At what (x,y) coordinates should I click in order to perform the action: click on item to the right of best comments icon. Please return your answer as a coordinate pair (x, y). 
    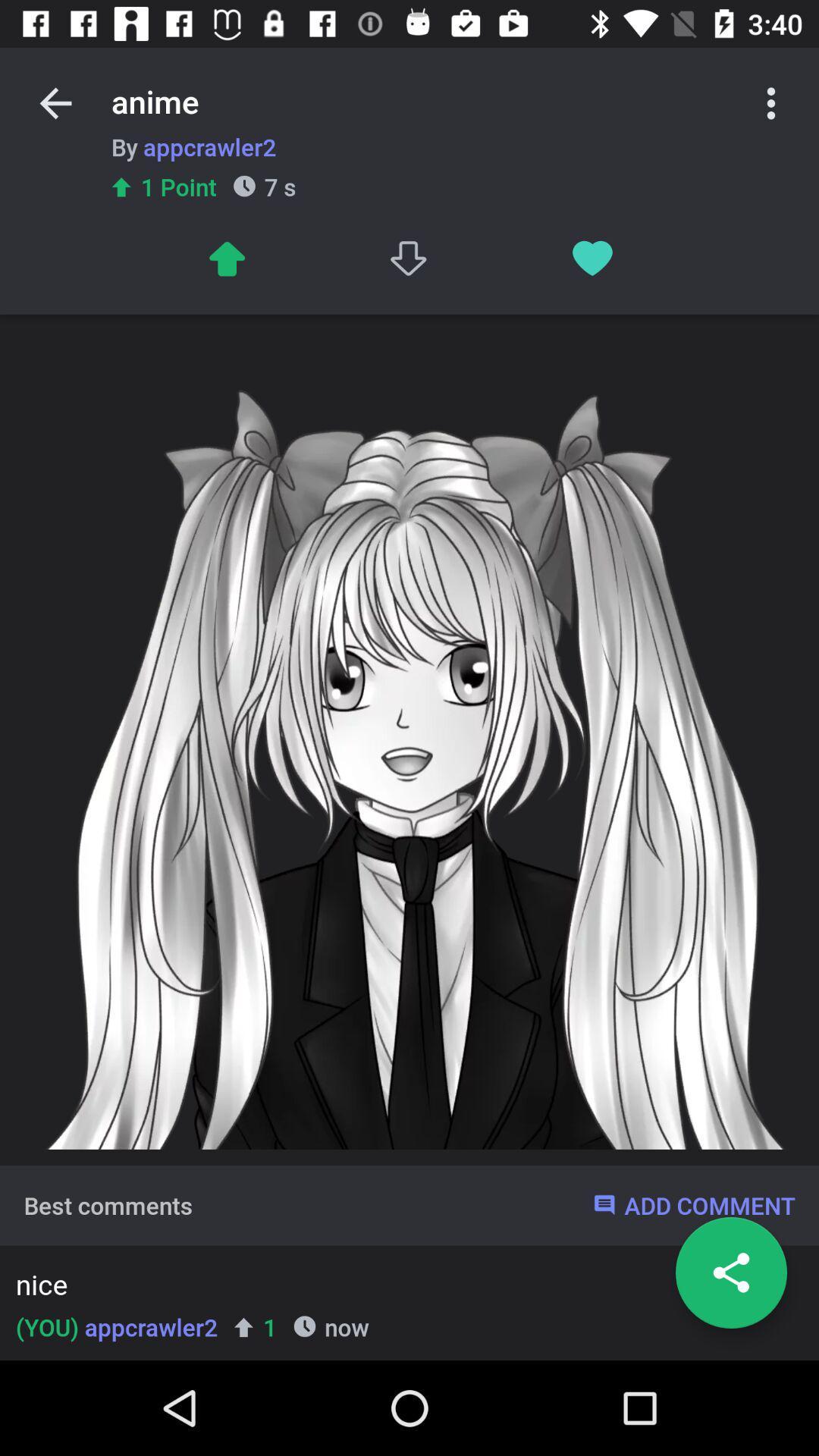
    Looking at the image, I should click on (693, 1204).